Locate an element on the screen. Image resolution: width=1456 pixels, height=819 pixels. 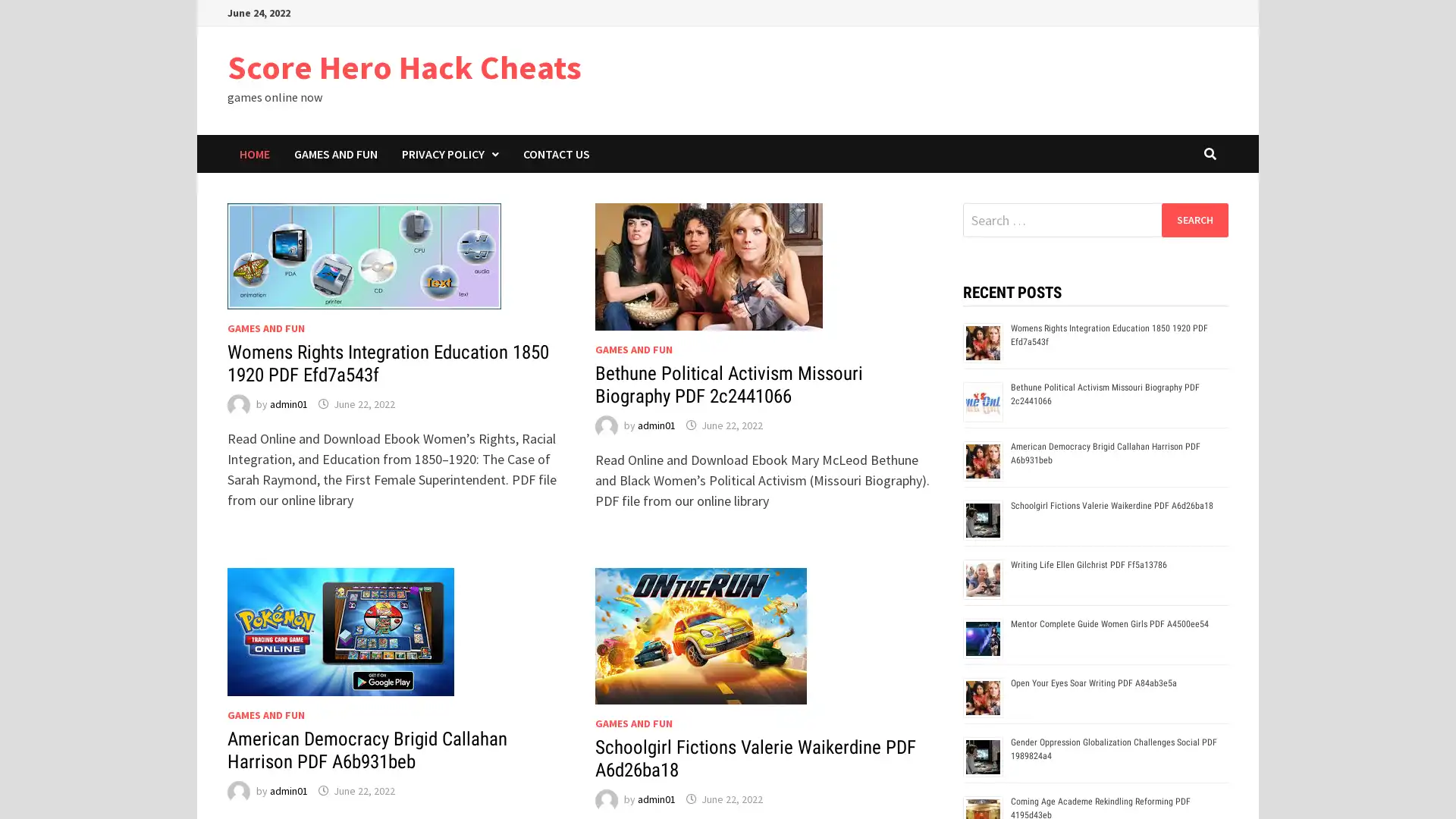
Search is located at coordinates (1194, 219).